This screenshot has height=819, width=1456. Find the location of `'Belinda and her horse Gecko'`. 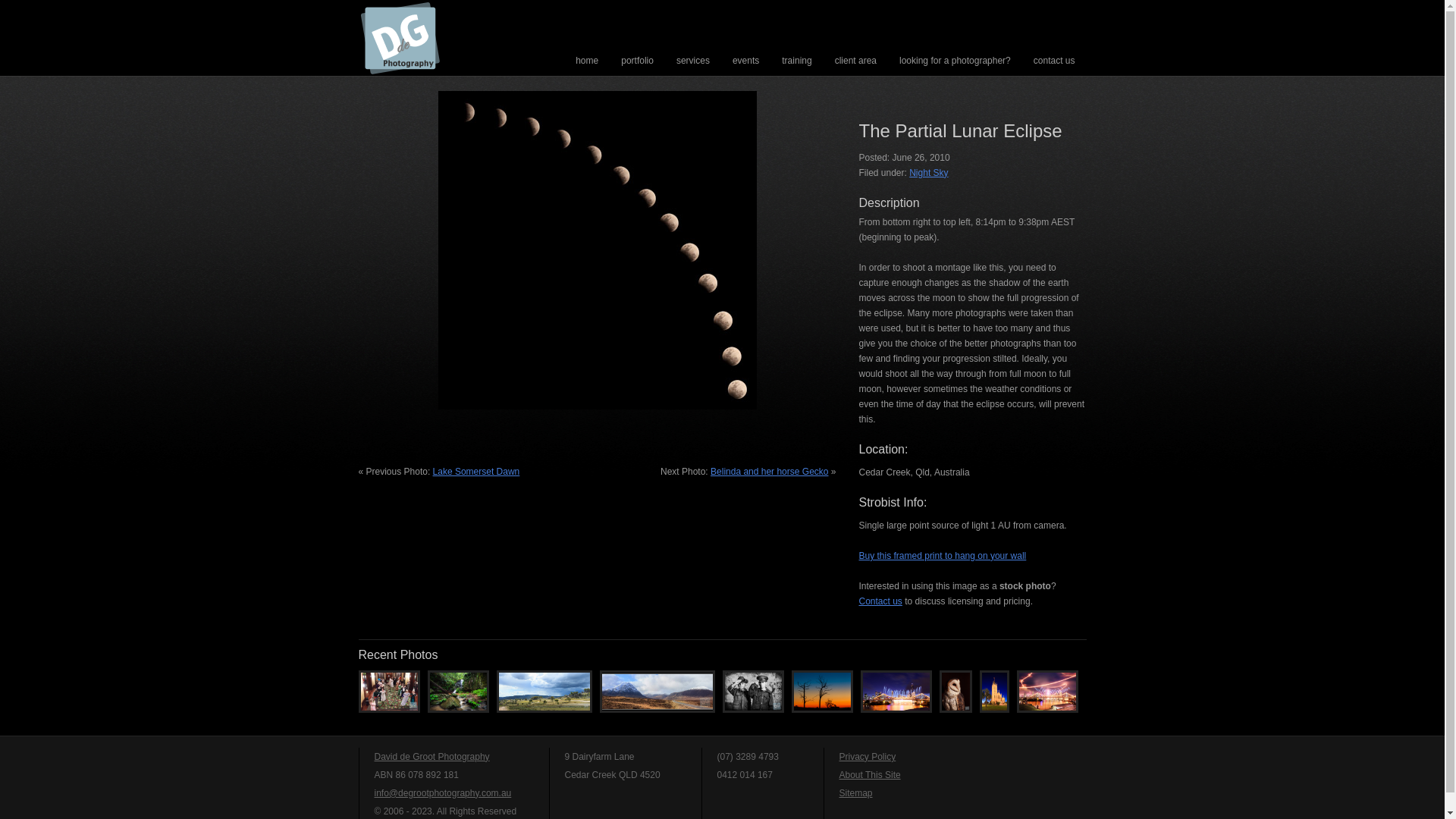

'Belinda and her horse Gecko' is located at coordinates (769, 470).